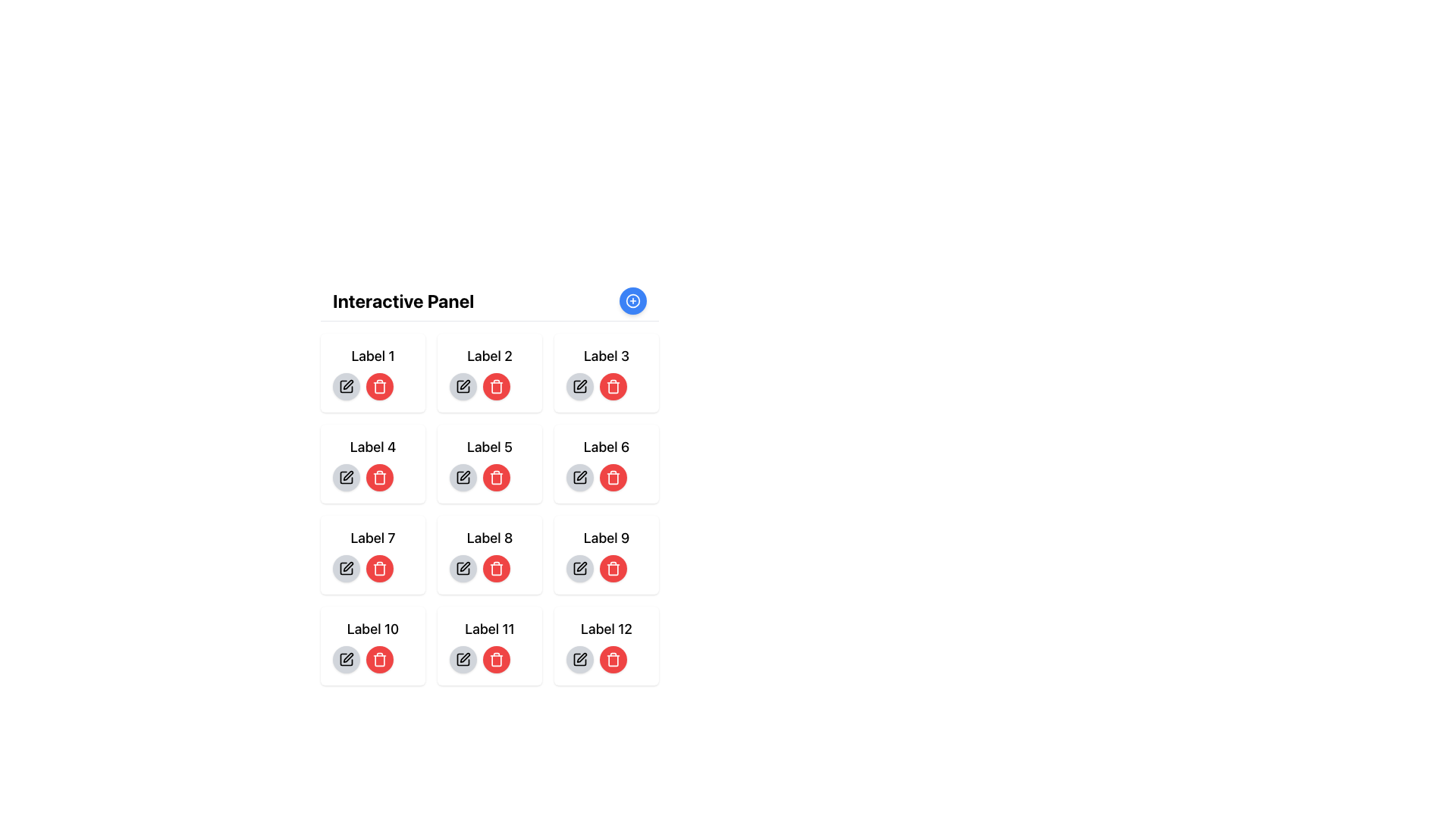 The height and width of the screenshot is (819, 1456). Describe the element at coordinates (613, 385) in the screenshot. I see `the circular red button with a white trashcan icon located in the third column of the first row, adjacent to a gray button associated with 'Label 3', to interact` at that location.